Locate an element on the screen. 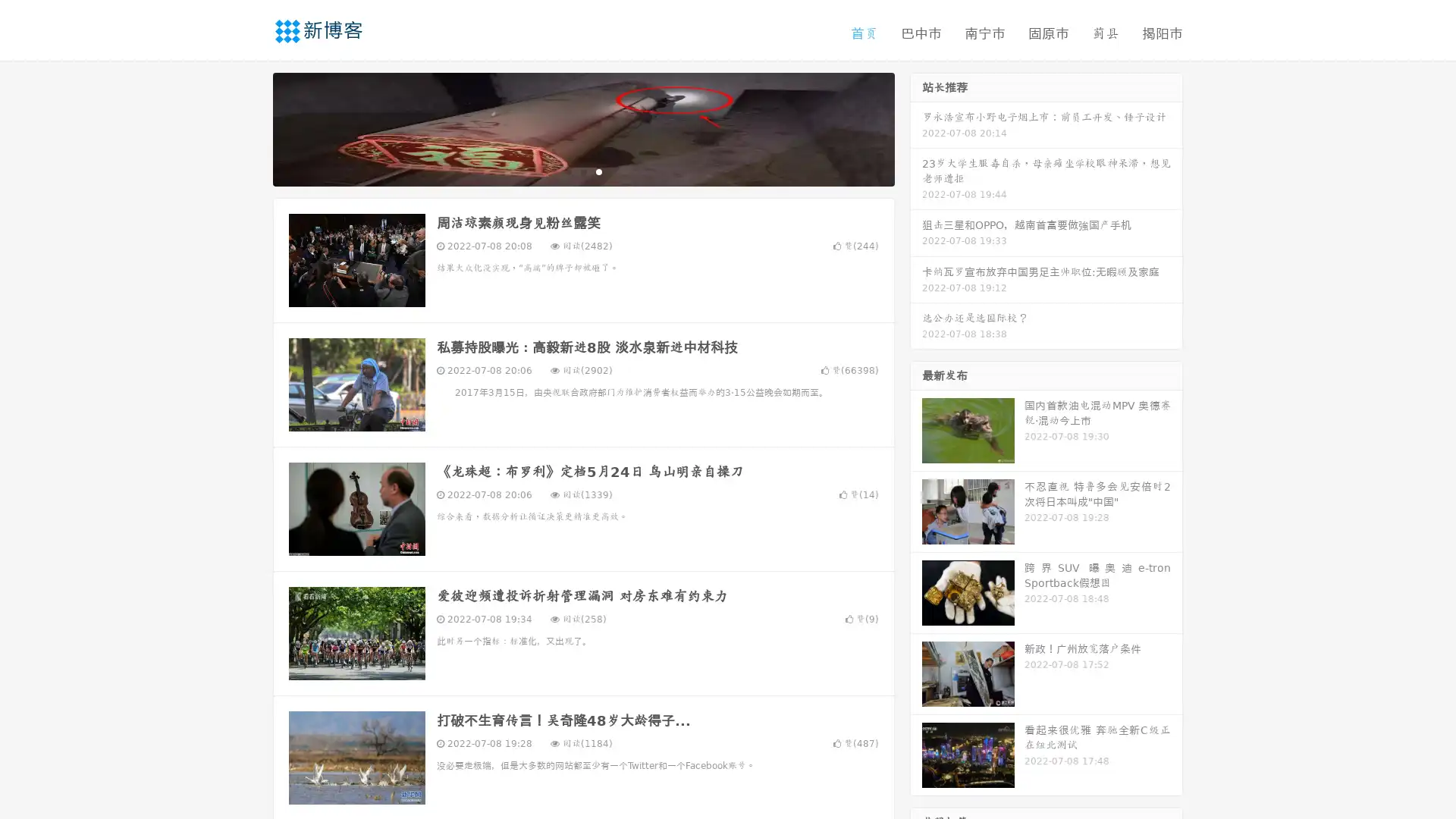  Previous slide is located at coordinates (250, 127).